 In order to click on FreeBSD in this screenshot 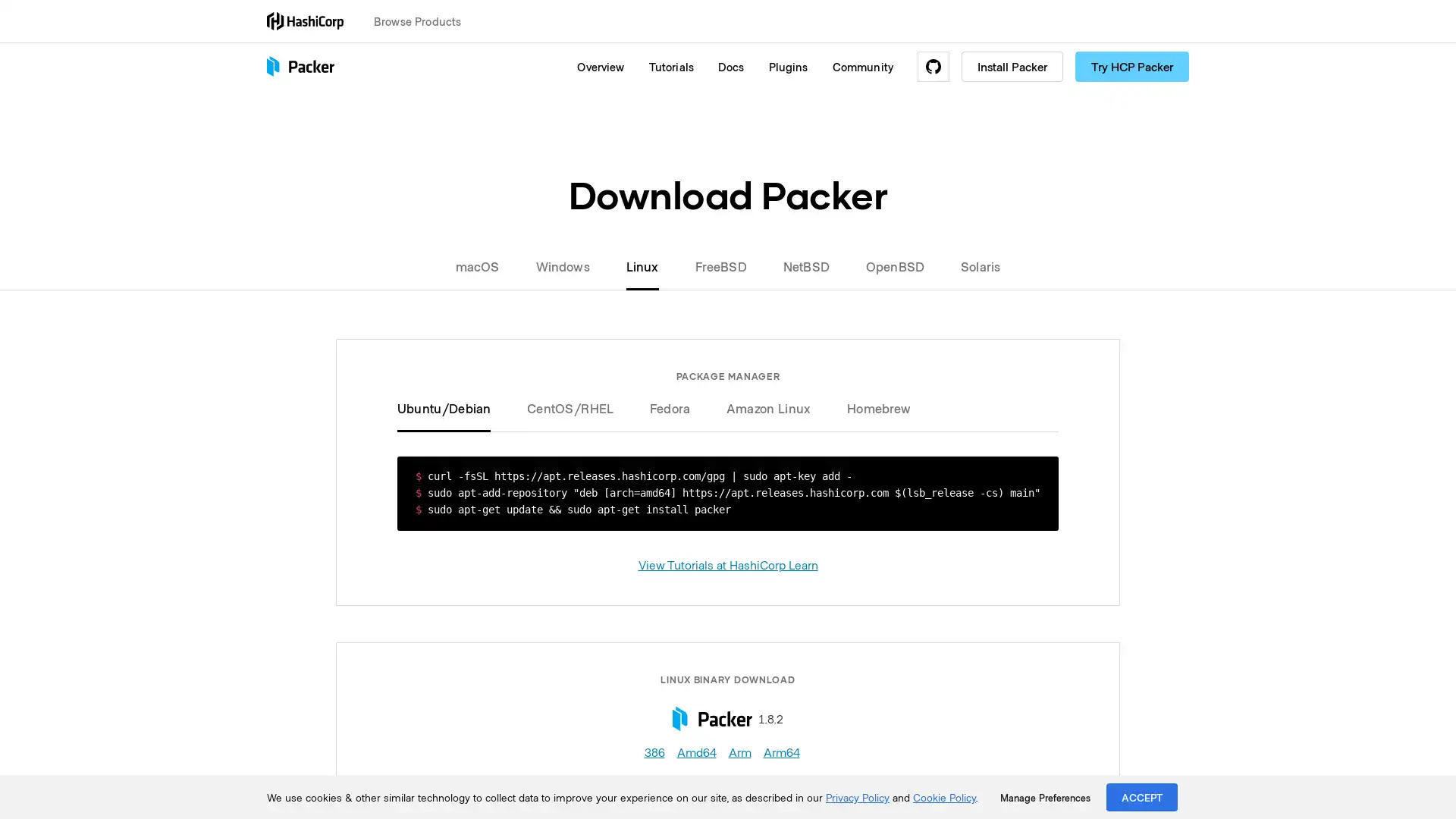, I will do `click(720, 265)`.